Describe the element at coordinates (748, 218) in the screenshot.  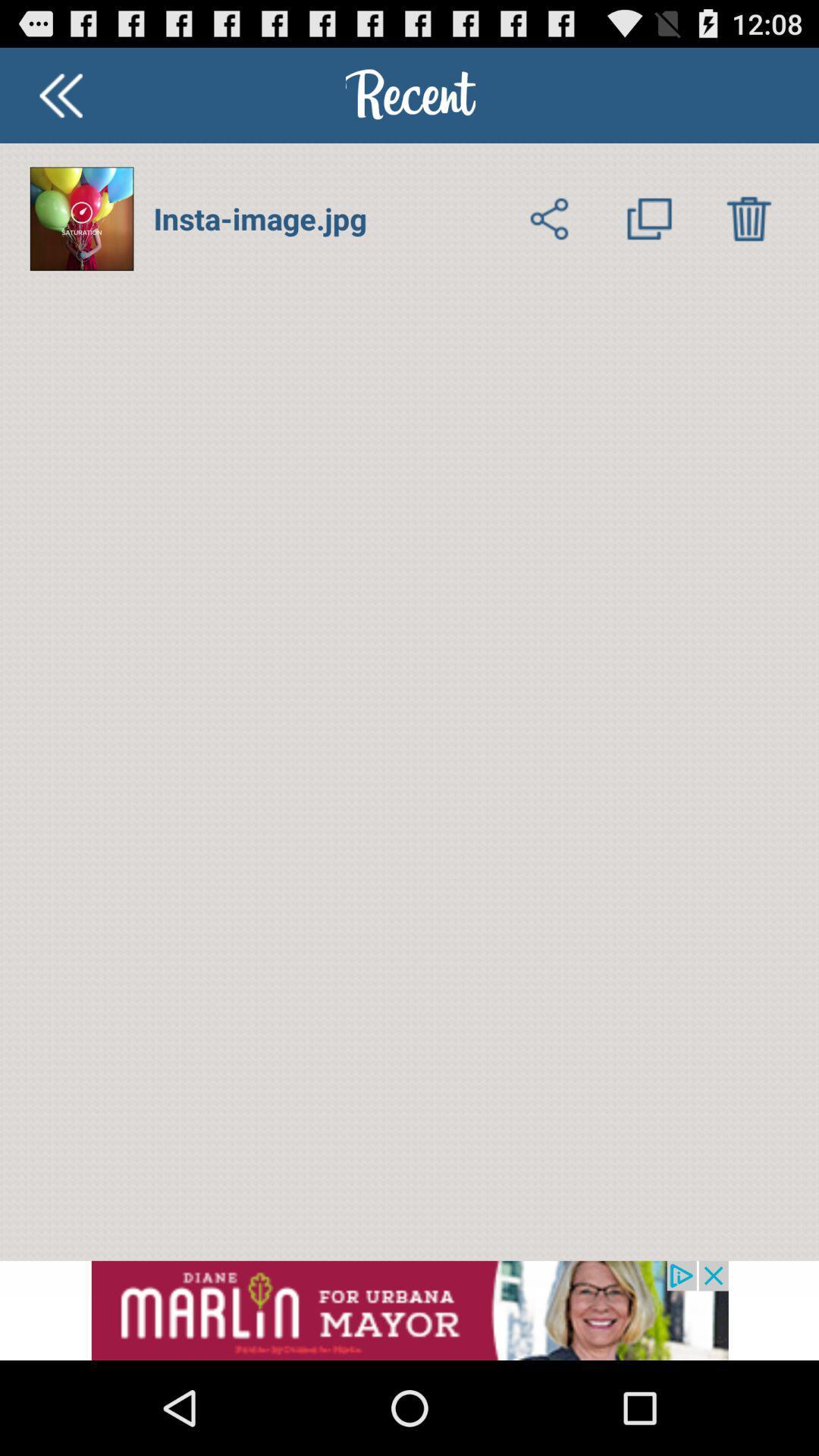
I see `delete image` at that location.